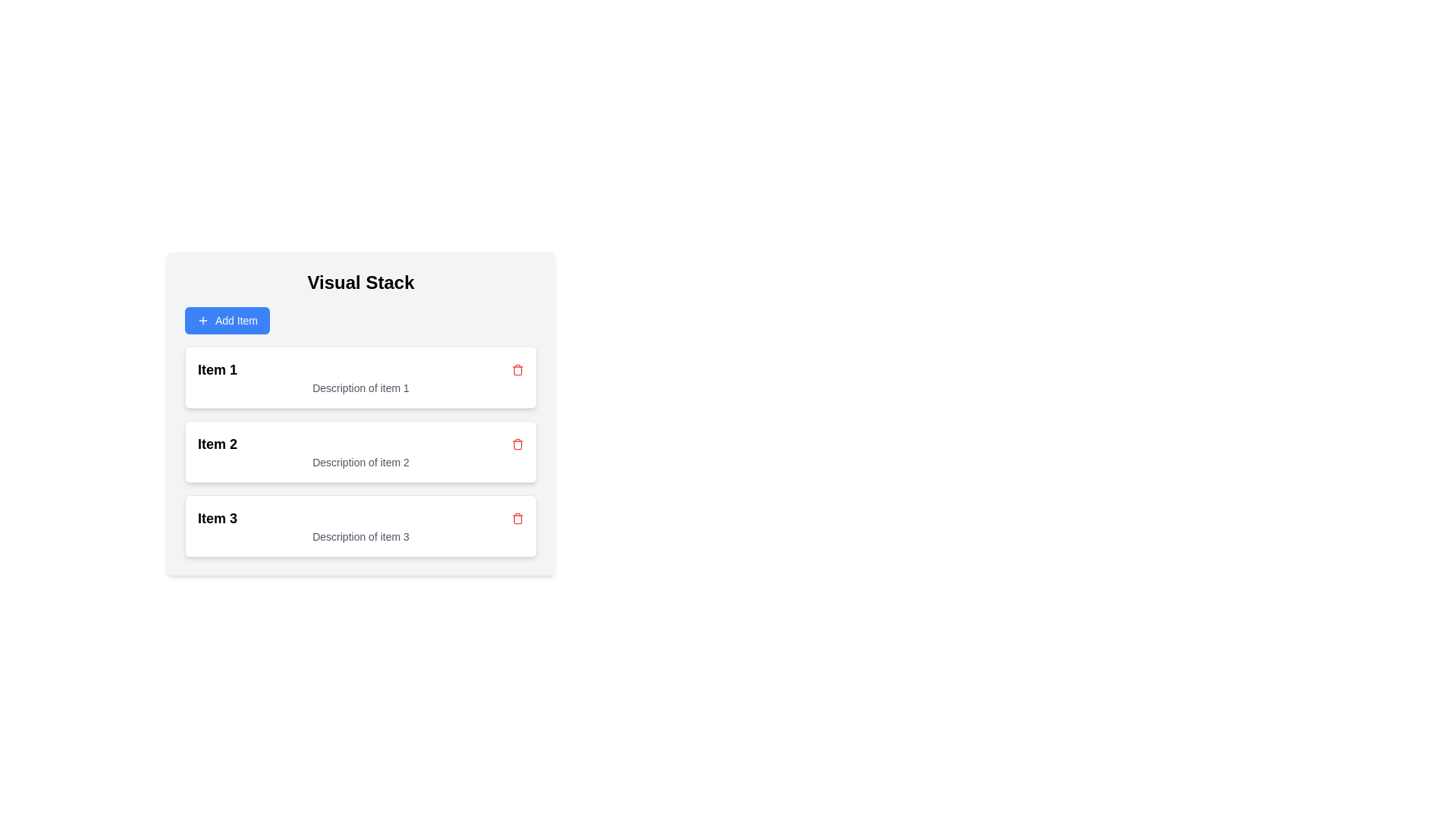 This screenshot has height=819, width=1456. What do you see at coordinates (359, 461) in the screenshot?
I see `supplementary text label providing information for 'Item 2' located centrally below its title` at bounding box center [359, 461].